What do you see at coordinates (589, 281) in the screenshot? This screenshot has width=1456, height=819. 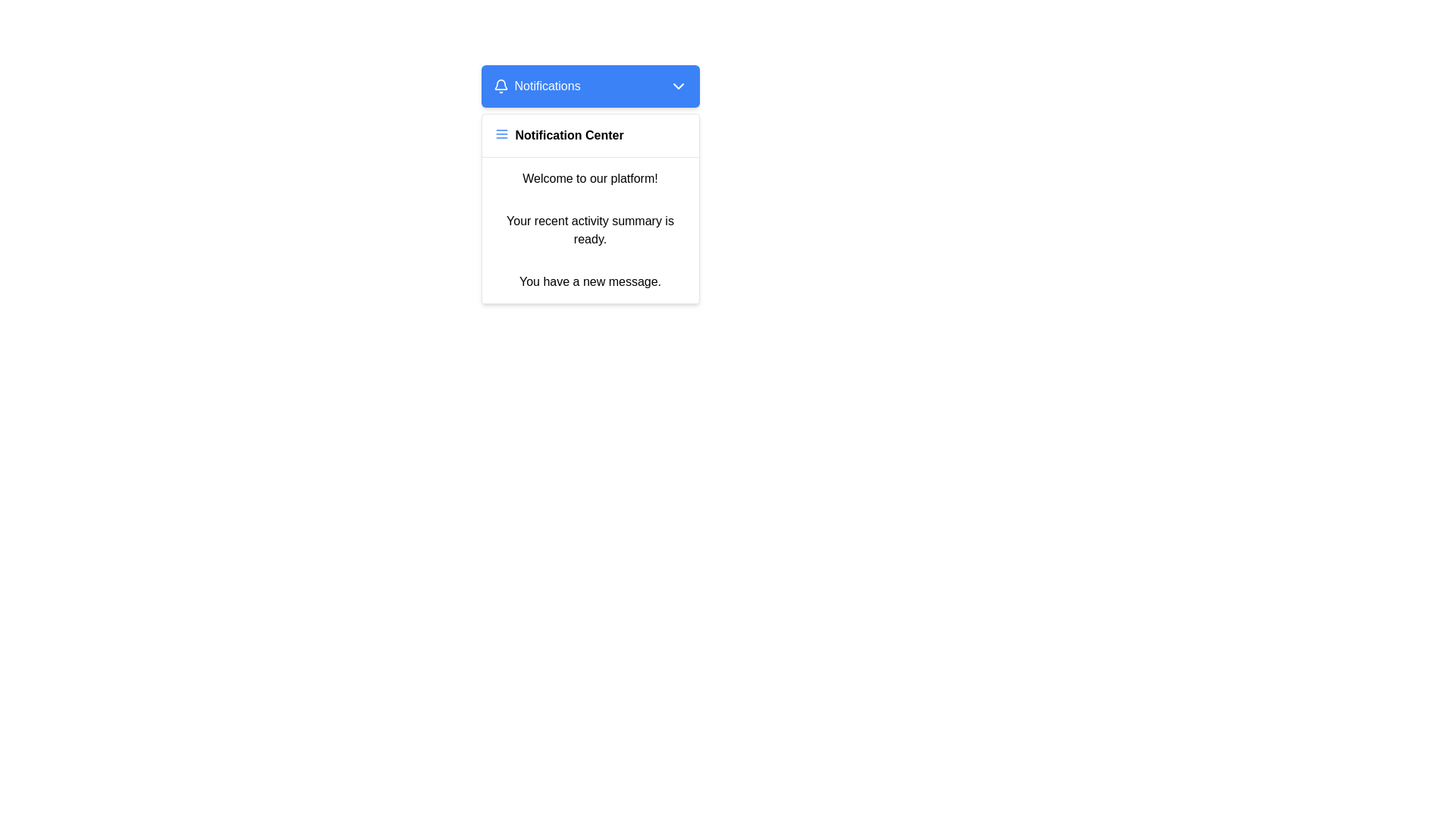 I see `the text block that displays the notification message 'You have a new message.' which is styled with padding and has a hover effect that changes the background color to gray` at bounding box center [589, 281].